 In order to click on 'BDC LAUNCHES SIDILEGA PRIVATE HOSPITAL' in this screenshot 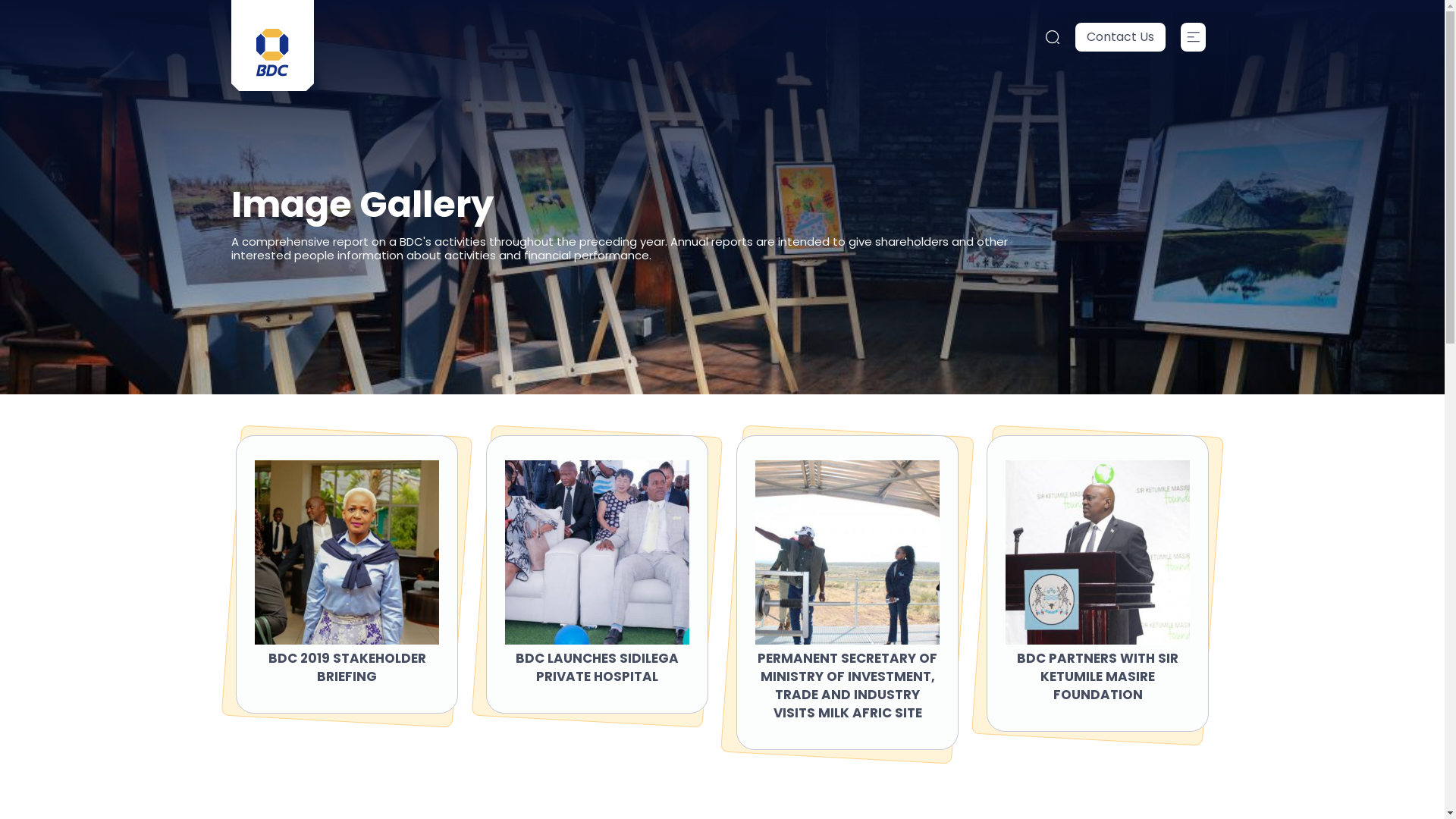, I will do `click(596, 666)`.